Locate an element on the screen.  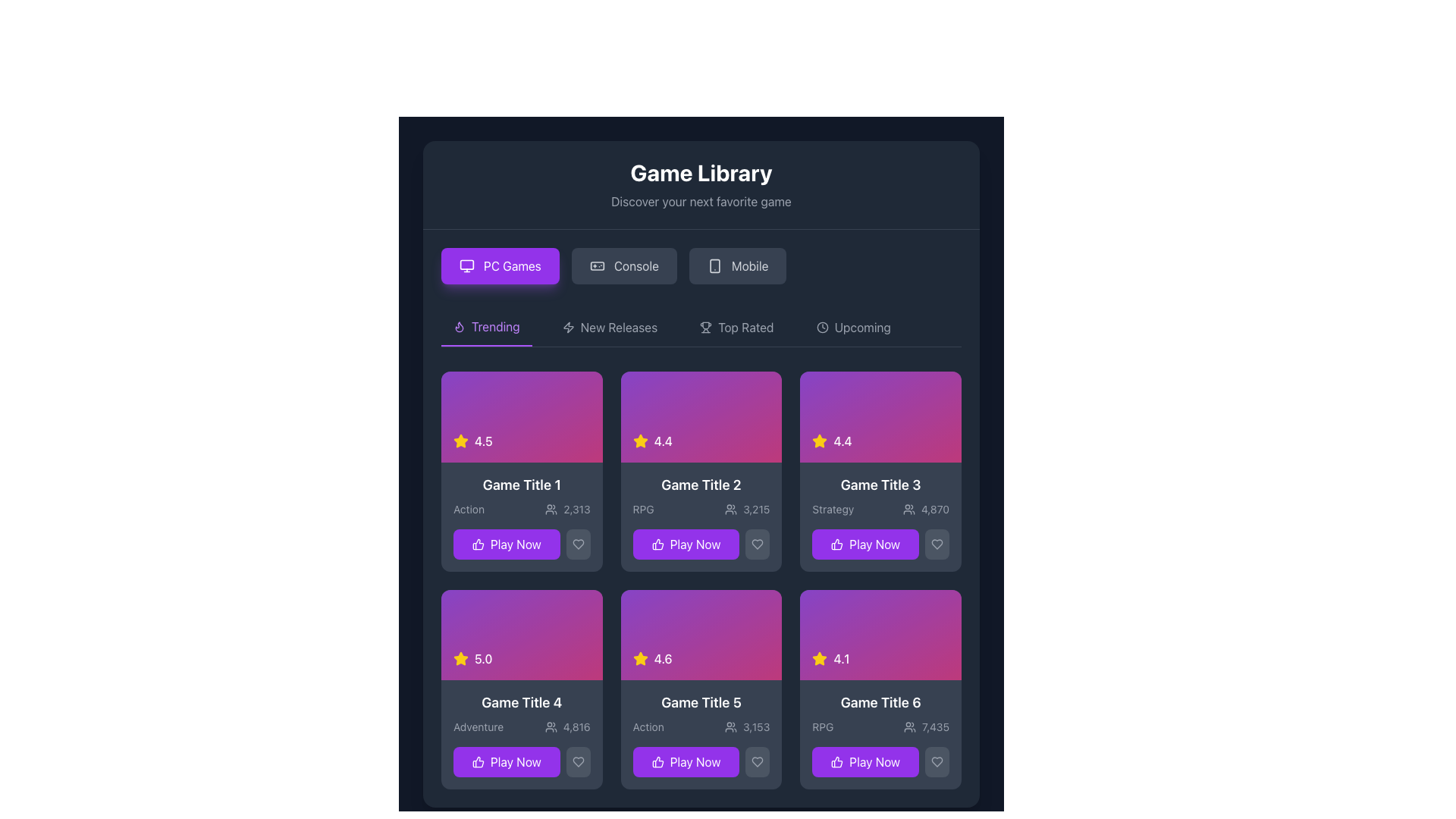
the lightning bolt icon, which is styled in a slender and angular design and located within the navigation bar, to the left of 'New Releases' and to the right of 'Trending' is located at coordinates (567, 327).